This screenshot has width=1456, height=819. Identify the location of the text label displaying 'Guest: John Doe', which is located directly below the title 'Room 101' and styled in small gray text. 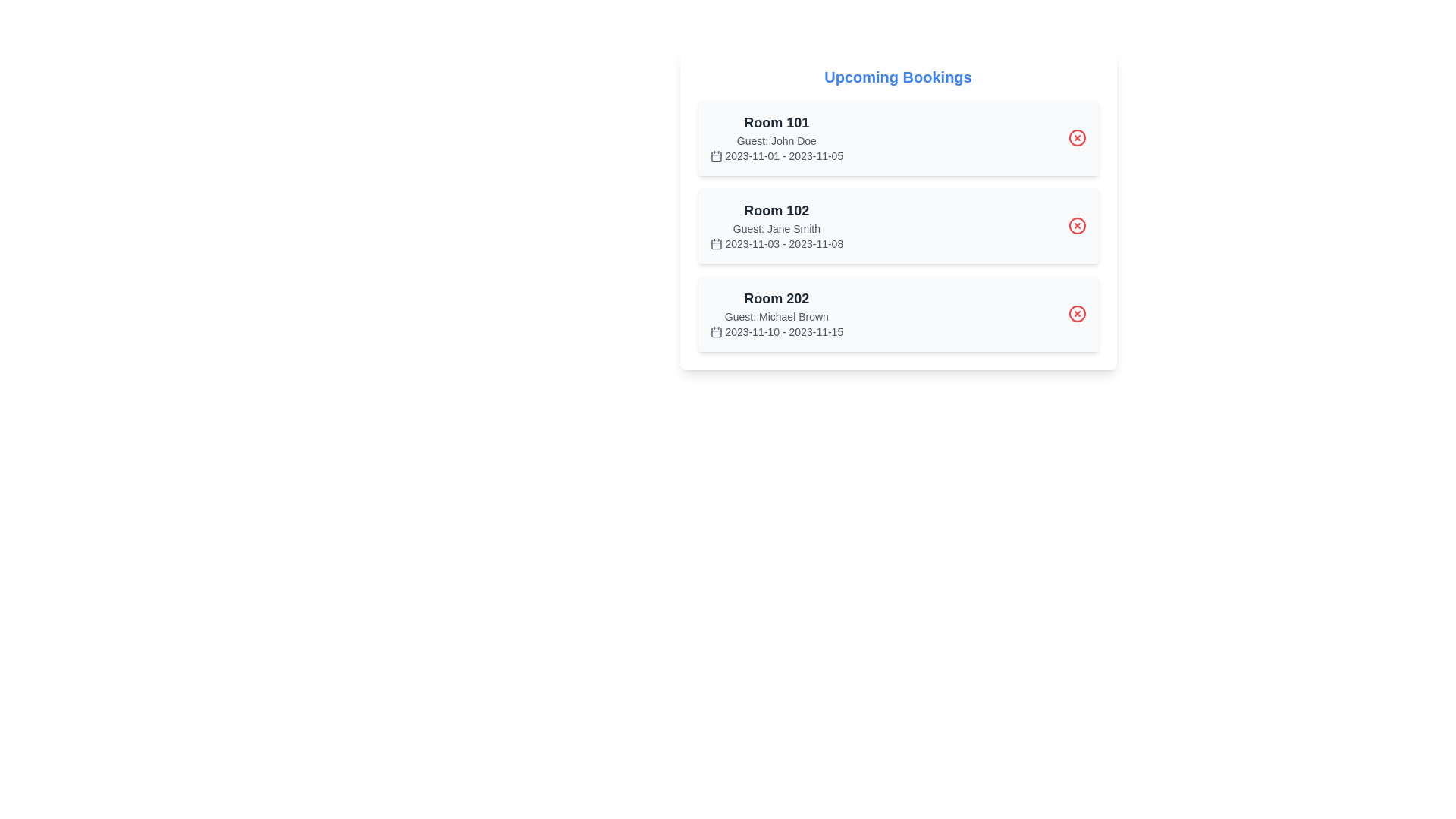
(777, 140).